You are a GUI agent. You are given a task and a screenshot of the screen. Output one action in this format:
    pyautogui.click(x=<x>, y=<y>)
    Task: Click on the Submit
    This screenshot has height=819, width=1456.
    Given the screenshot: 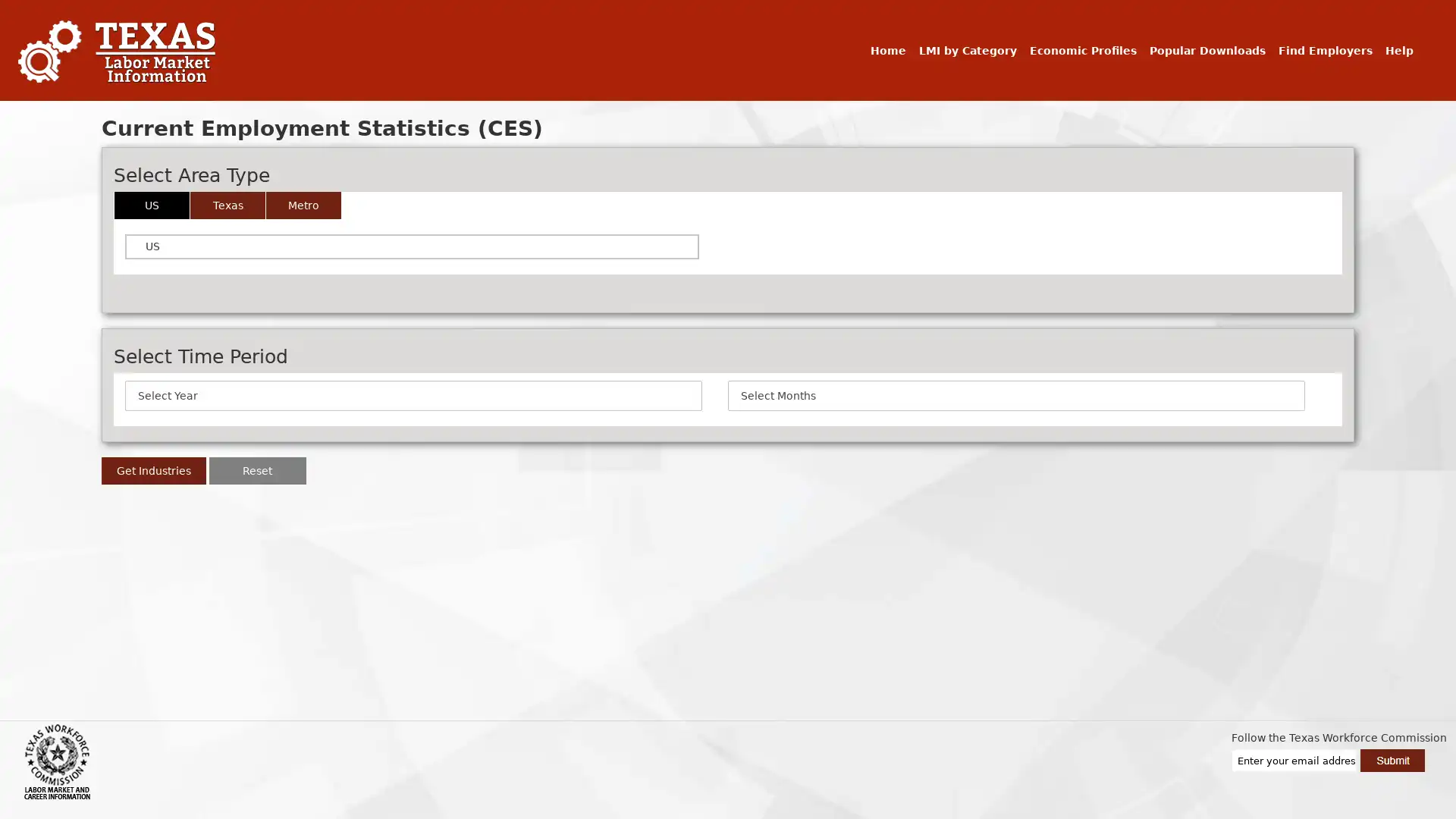 What is the action you would take?
    pyautogui.click(x=1392, y=760)
    